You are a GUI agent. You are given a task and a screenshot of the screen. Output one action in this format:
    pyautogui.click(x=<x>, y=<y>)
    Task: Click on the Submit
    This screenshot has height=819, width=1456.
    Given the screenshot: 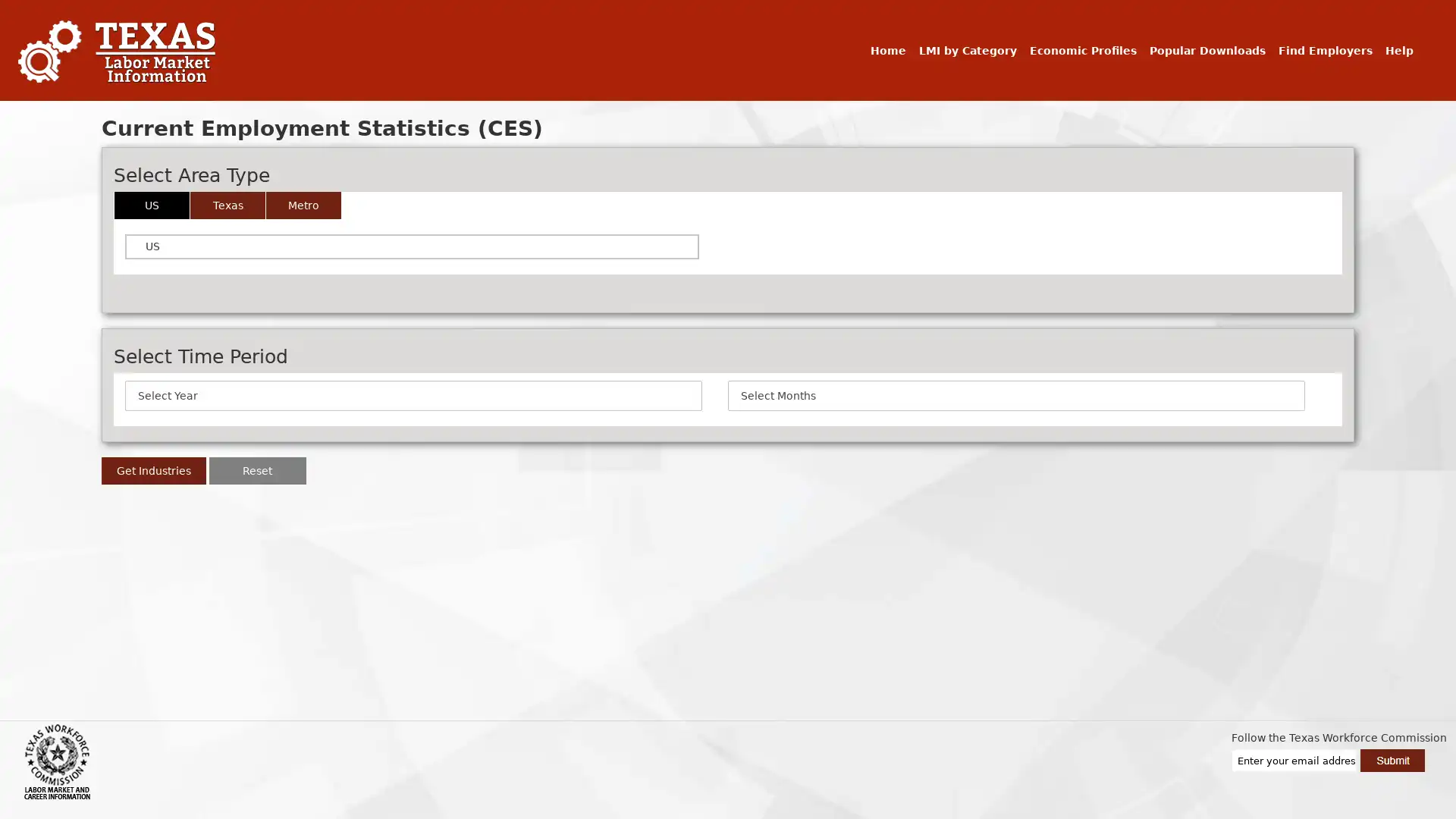 What is the action you would take?
    pyautogui.click(x=1392, y=760)
    